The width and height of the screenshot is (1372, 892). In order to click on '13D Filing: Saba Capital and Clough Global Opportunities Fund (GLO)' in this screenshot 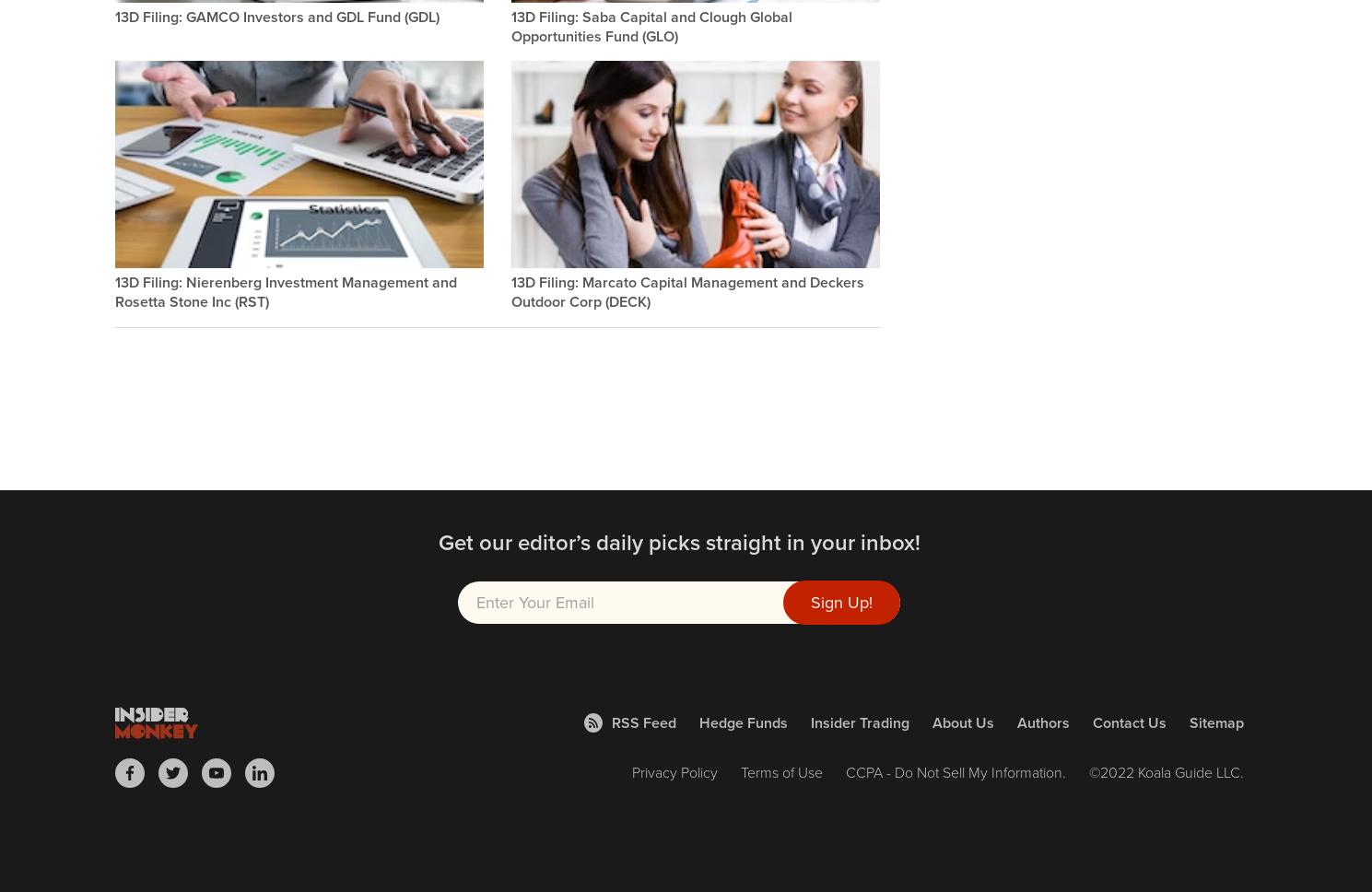, I will do `click(650, 25)`.